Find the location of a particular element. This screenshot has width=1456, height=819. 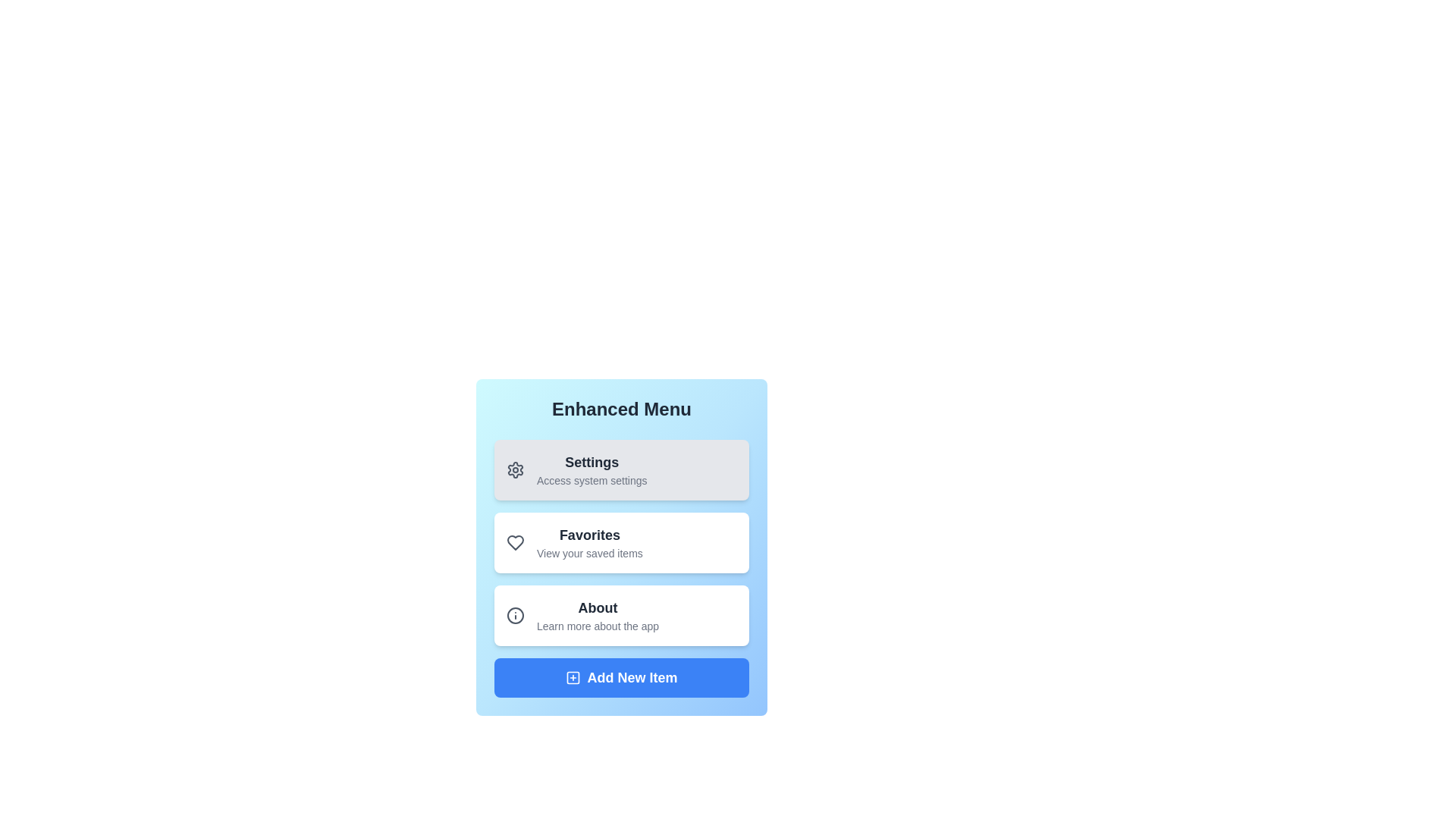

the menu item labeled 'Settings' to activate it is located at coordinates (622, 469).